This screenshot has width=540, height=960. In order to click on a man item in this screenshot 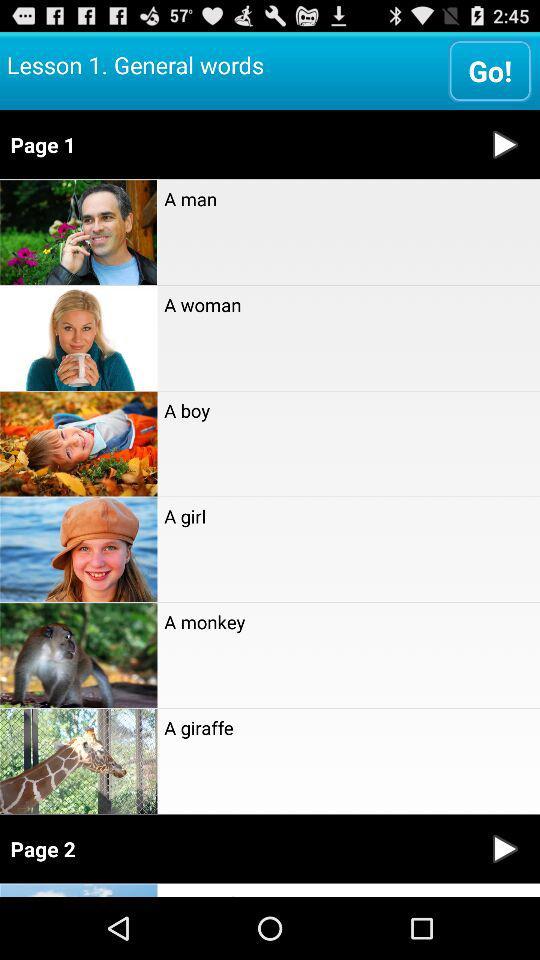, I will do `click(347, 199)`.